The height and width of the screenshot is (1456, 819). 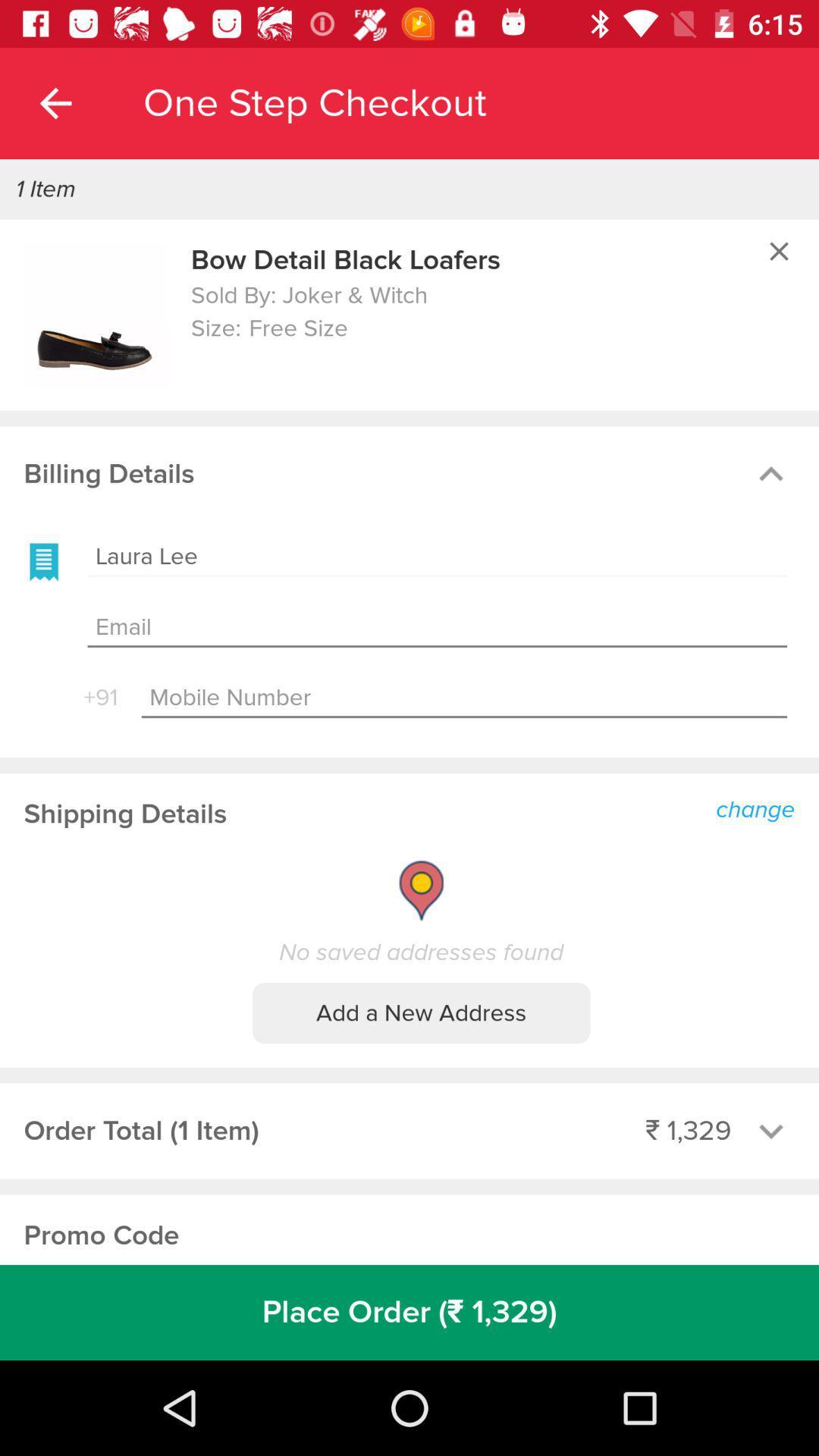 What do you see at coordinates (437, 628) in the screenshot?
I see `email` at bounding box center [437, 628].